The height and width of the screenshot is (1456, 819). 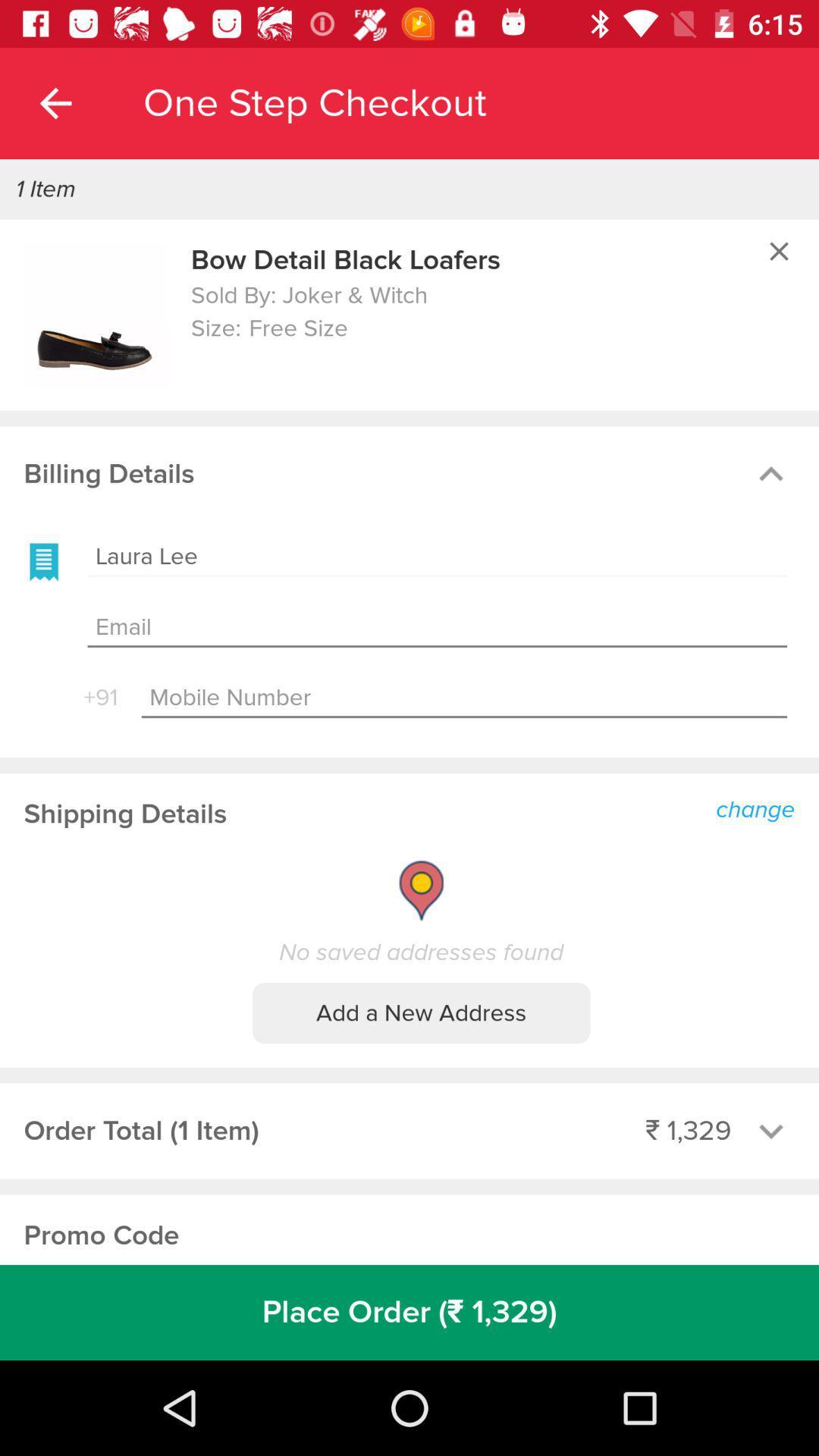 What do you see at coordinates (437, 628) in the screenshot?
I see `email` at bounding box center [437, 628].